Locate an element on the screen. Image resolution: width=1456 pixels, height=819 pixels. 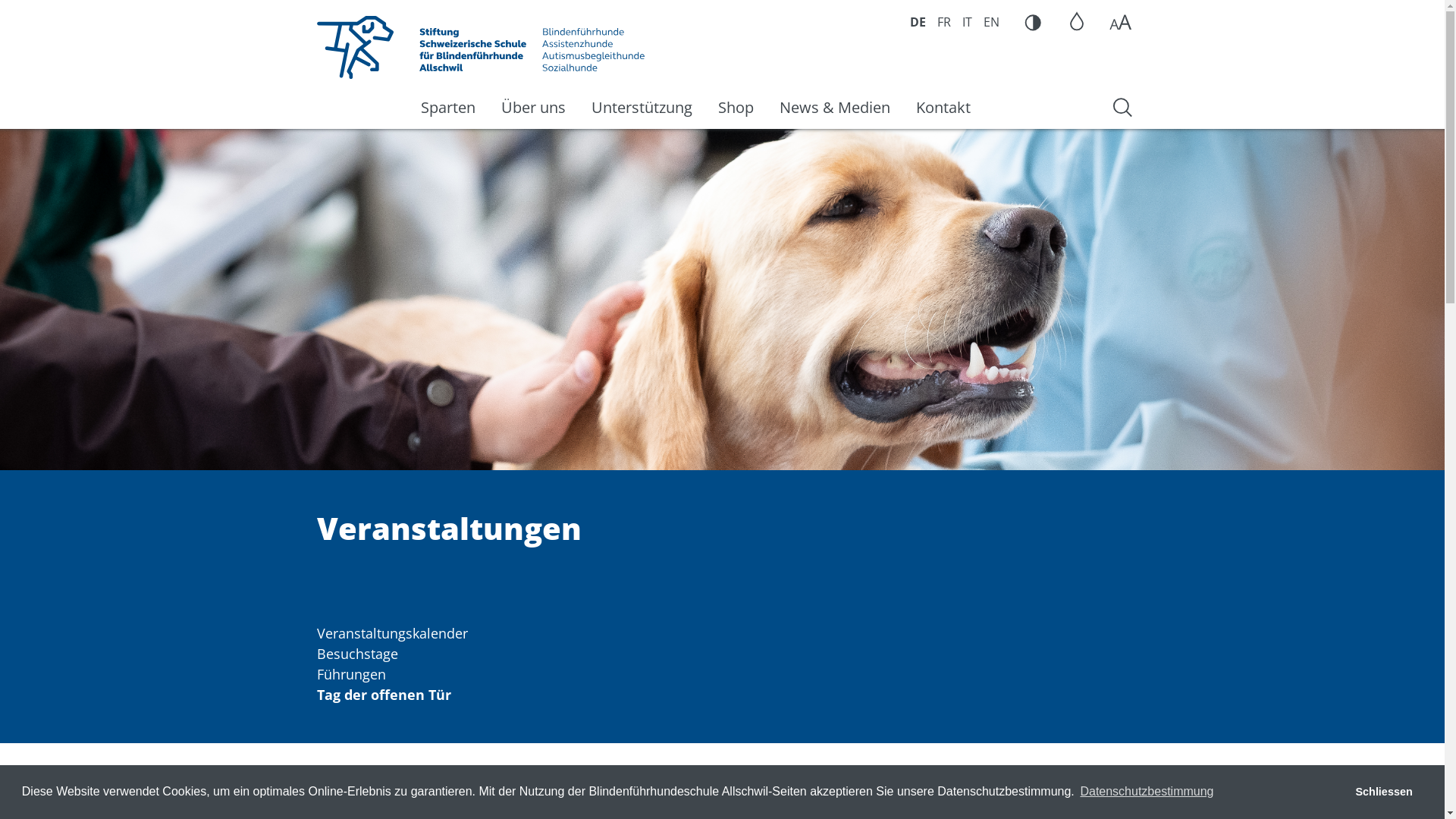
'FR' is located at coordinates (943, 22).